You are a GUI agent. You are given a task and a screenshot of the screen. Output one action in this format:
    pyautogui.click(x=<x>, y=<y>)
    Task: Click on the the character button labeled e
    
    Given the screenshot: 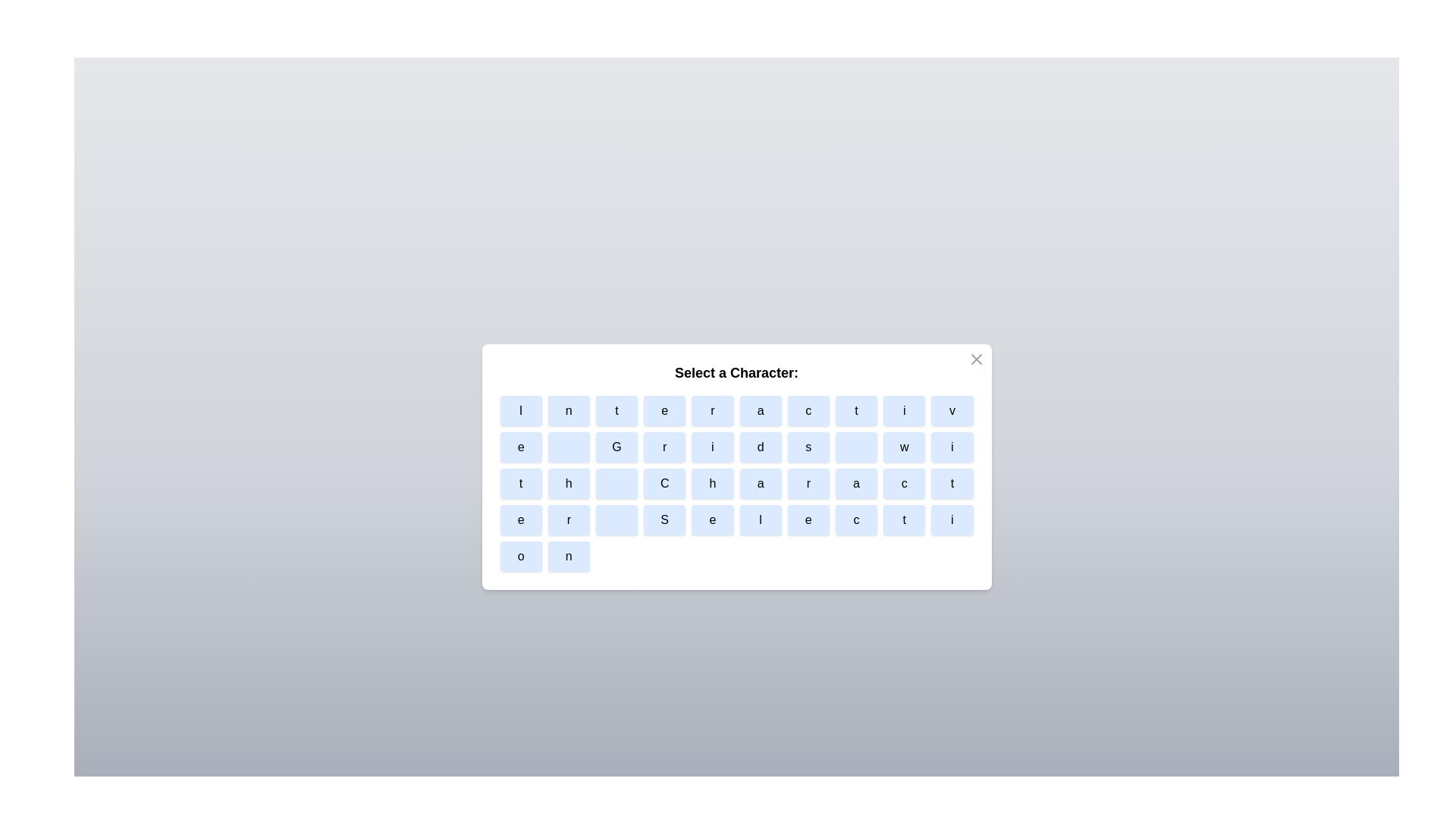 What is the action you would take?
    pyautogui.click(x=664, y=411)
    